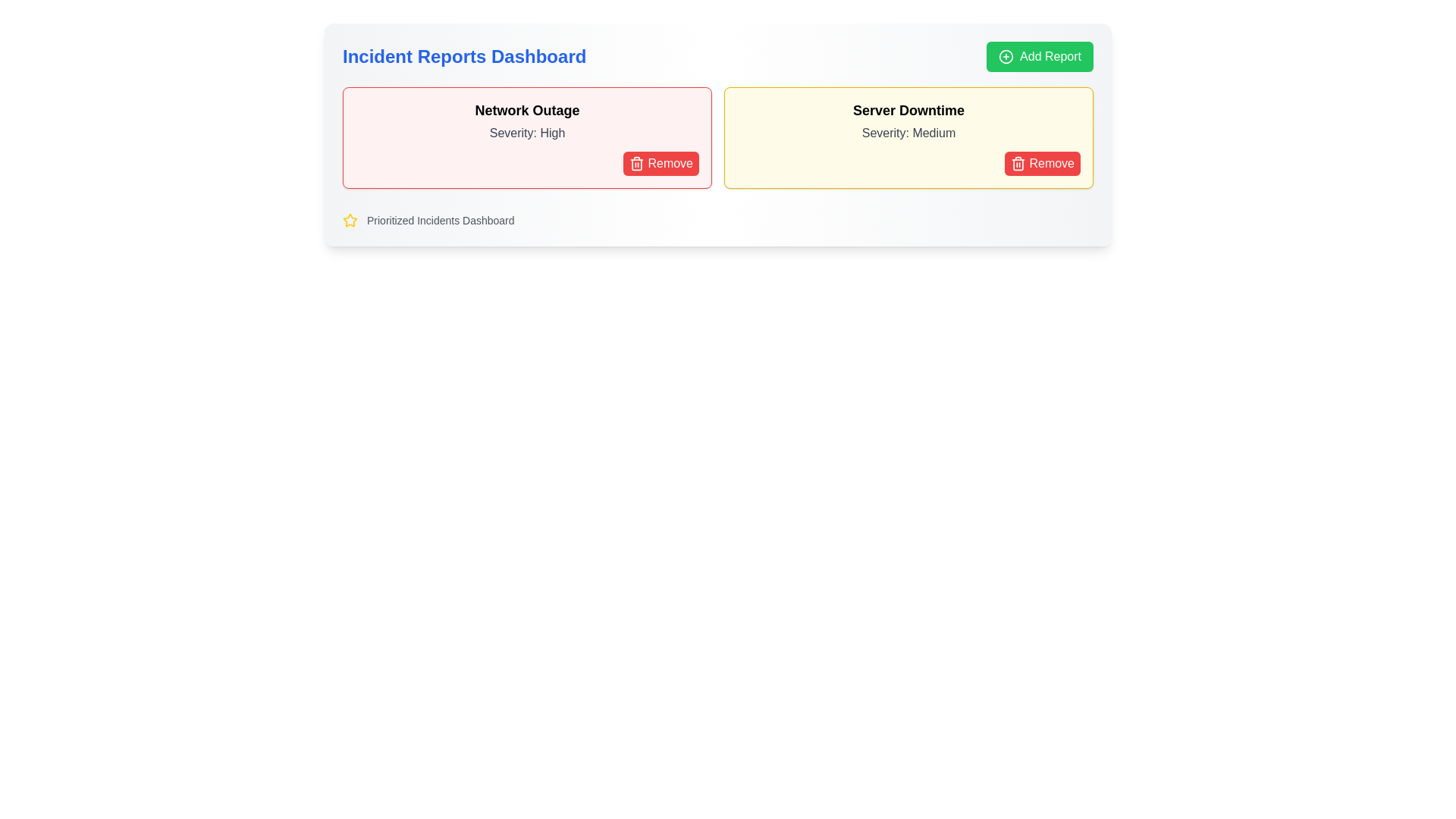 The image size is (1456, 819). Describe the element at coordinates (908, 137) in the screenshot. I see `information contained within the Issue Card titled 'Server Downtime' that has a yellow background and a red 'Remove' button` at that location.